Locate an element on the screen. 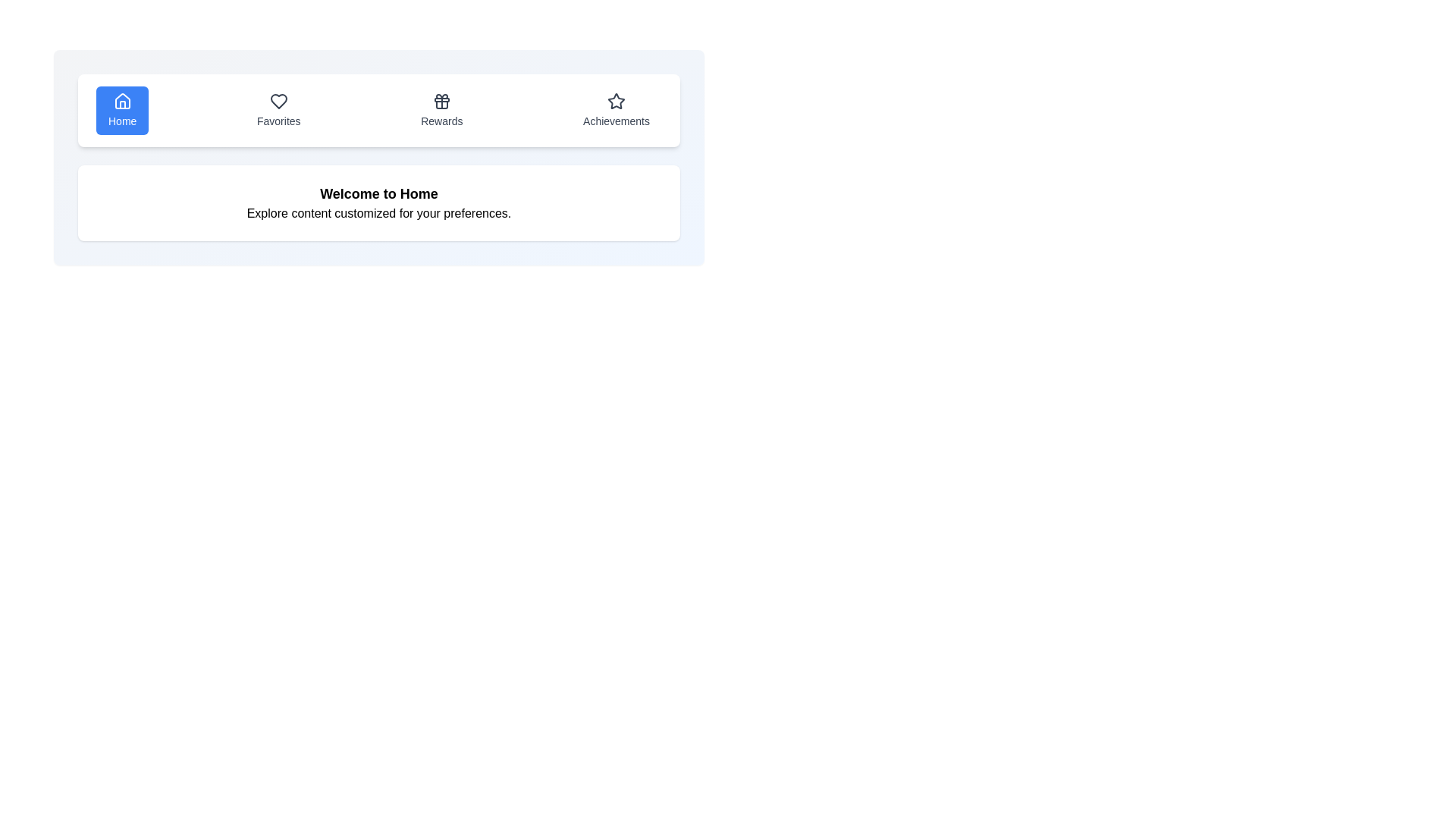  the 'Favorites' icon in the navigation bar, which is positioned between the 'Home' icon and the 'Rewards' icon is located at coordinates (278, 102).